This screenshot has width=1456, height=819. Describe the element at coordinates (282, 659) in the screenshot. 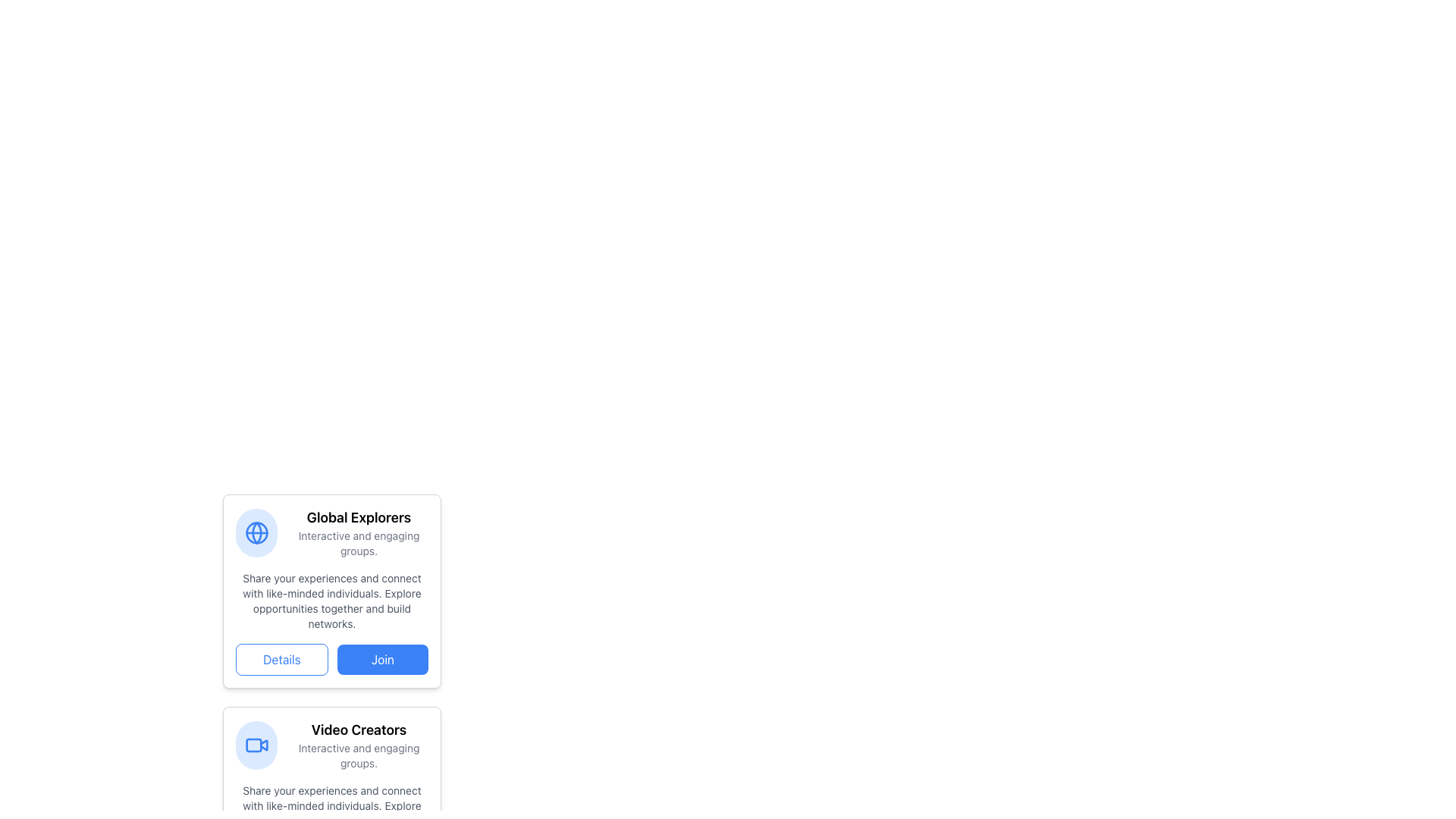

I see `the 'Details' button located in the bottom-left area of the 'Global Explorers' card` at that location.